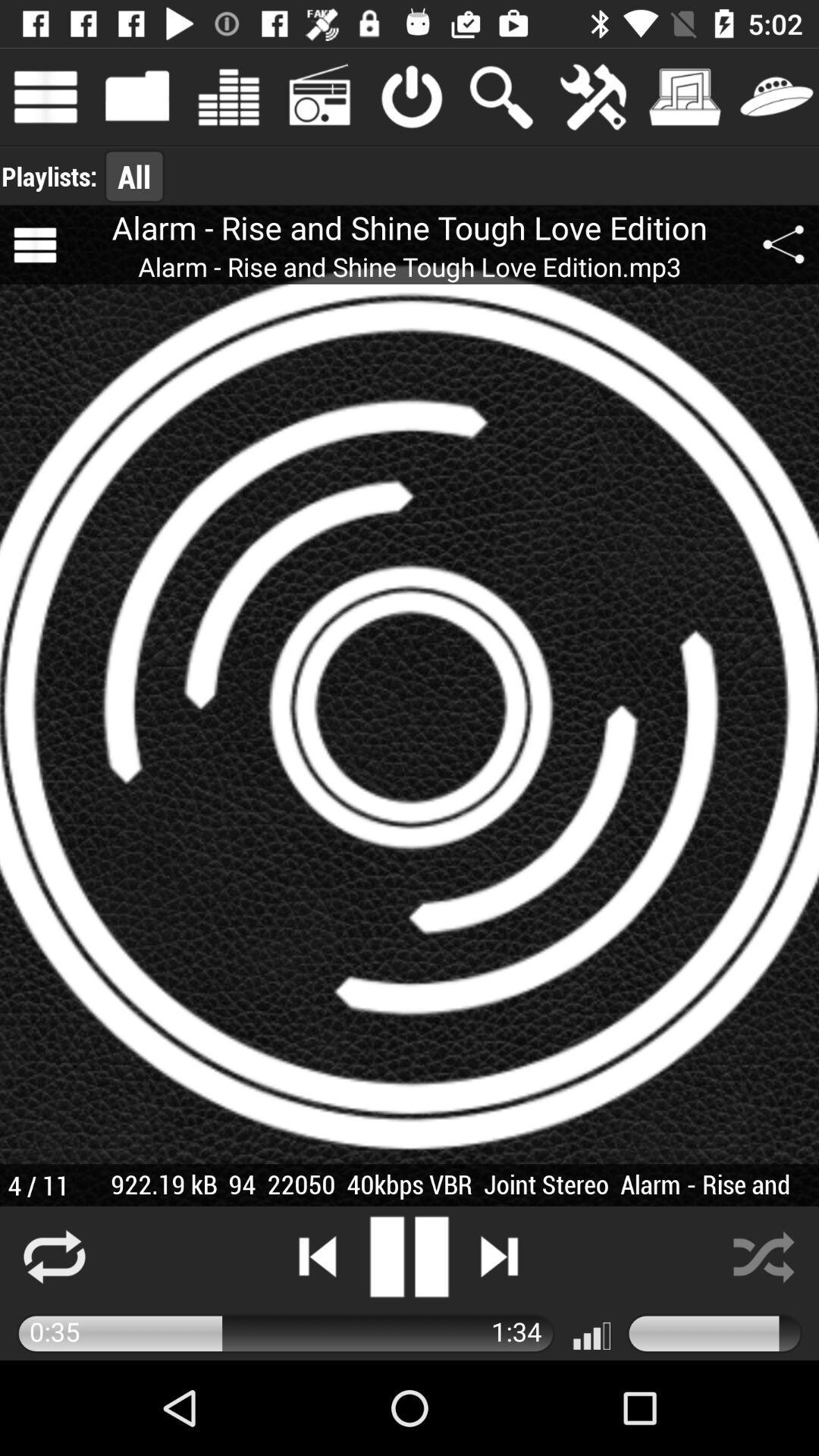 The width and height of the screenshot is (819, 1456). Describe the element at coordinates (783, 245) in the screenshot. I see `the share icon` at that location.